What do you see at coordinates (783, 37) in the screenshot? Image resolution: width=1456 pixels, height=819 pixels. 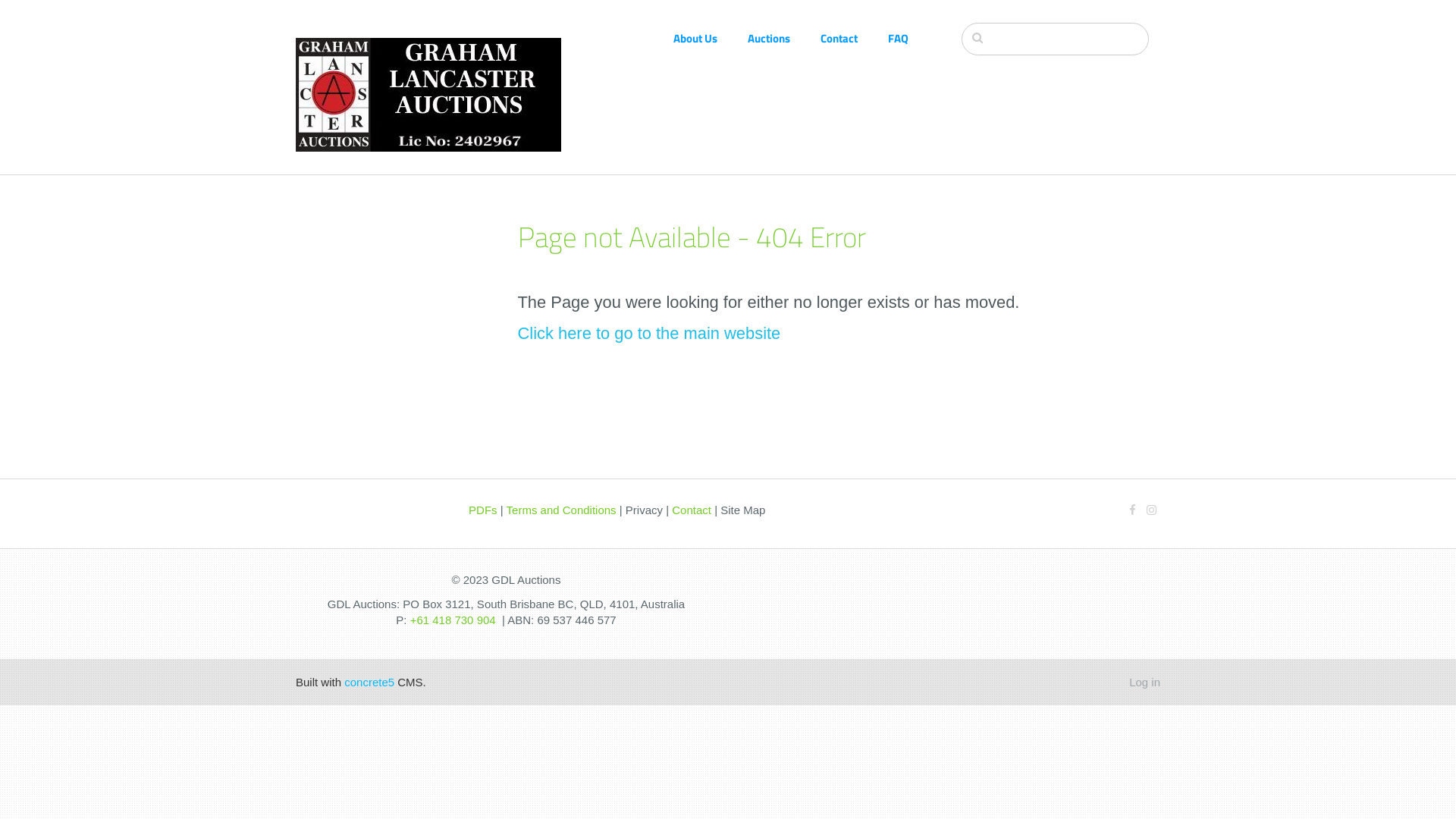 I see `'Auctions'` at bounding box center [783, 37].